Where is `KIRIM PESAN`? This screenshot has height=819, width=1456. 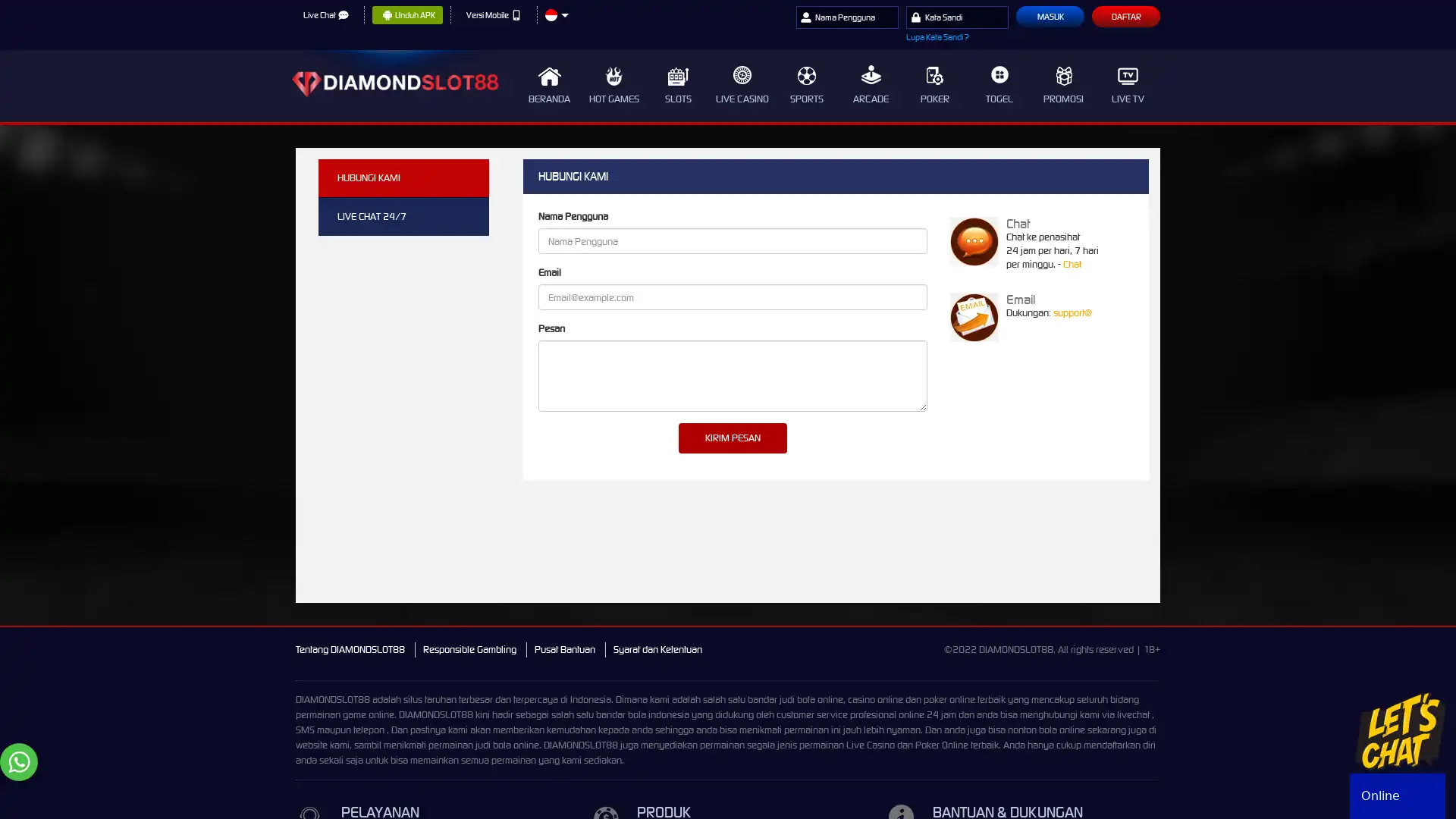 KIRIM PESAN is located at coordinates (733, 438).